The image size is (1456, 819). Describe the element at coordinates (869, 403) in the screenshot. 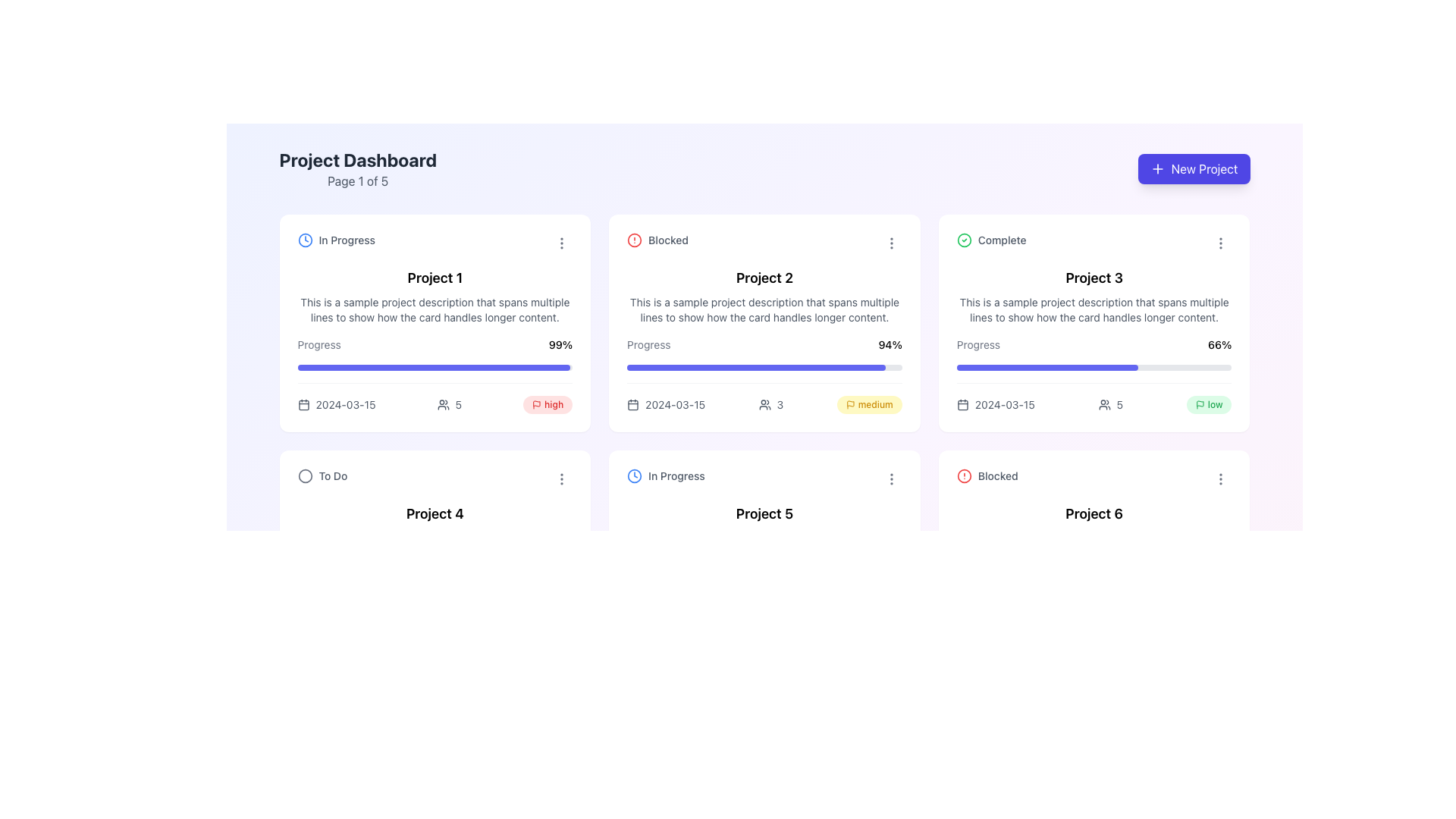

I see `the pill-shaped badge with a yellow background and the text 'medium', located at the bottom-right of the 'Project 2' card on the dashboard` at that location.